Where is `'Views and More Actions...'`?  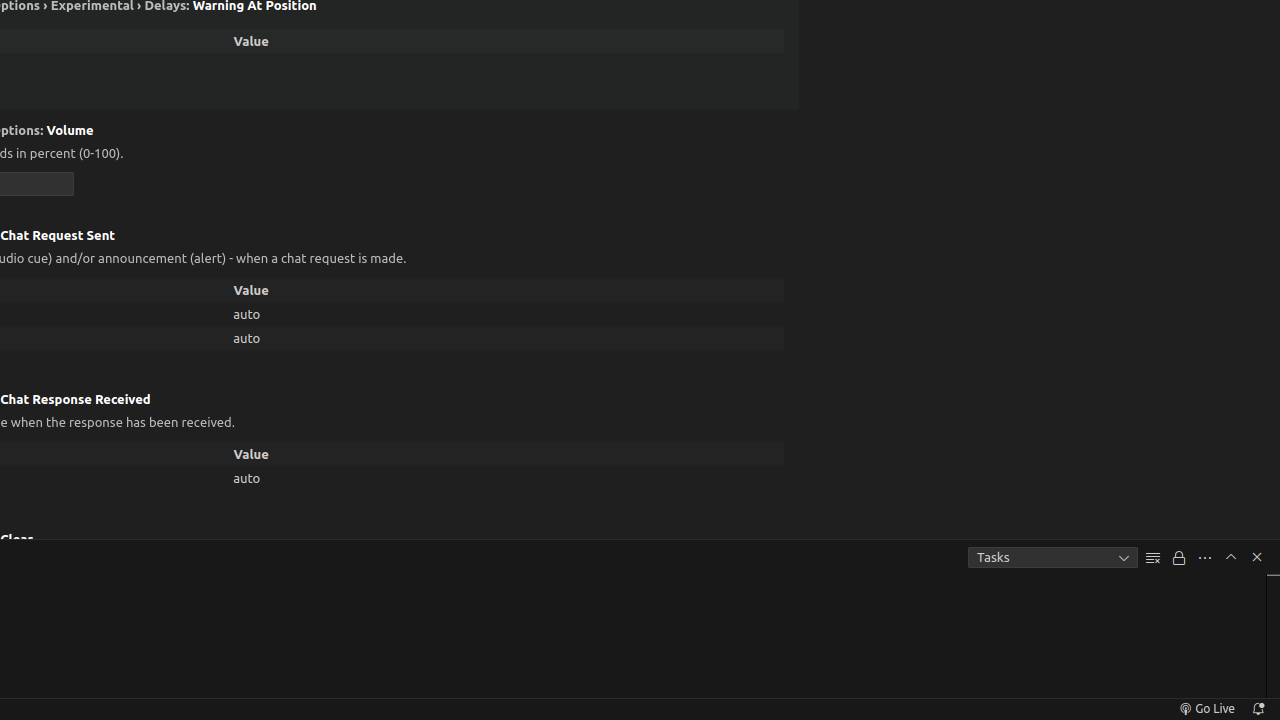 'Views and More Actions...' is located at coordinates (1203, 557).